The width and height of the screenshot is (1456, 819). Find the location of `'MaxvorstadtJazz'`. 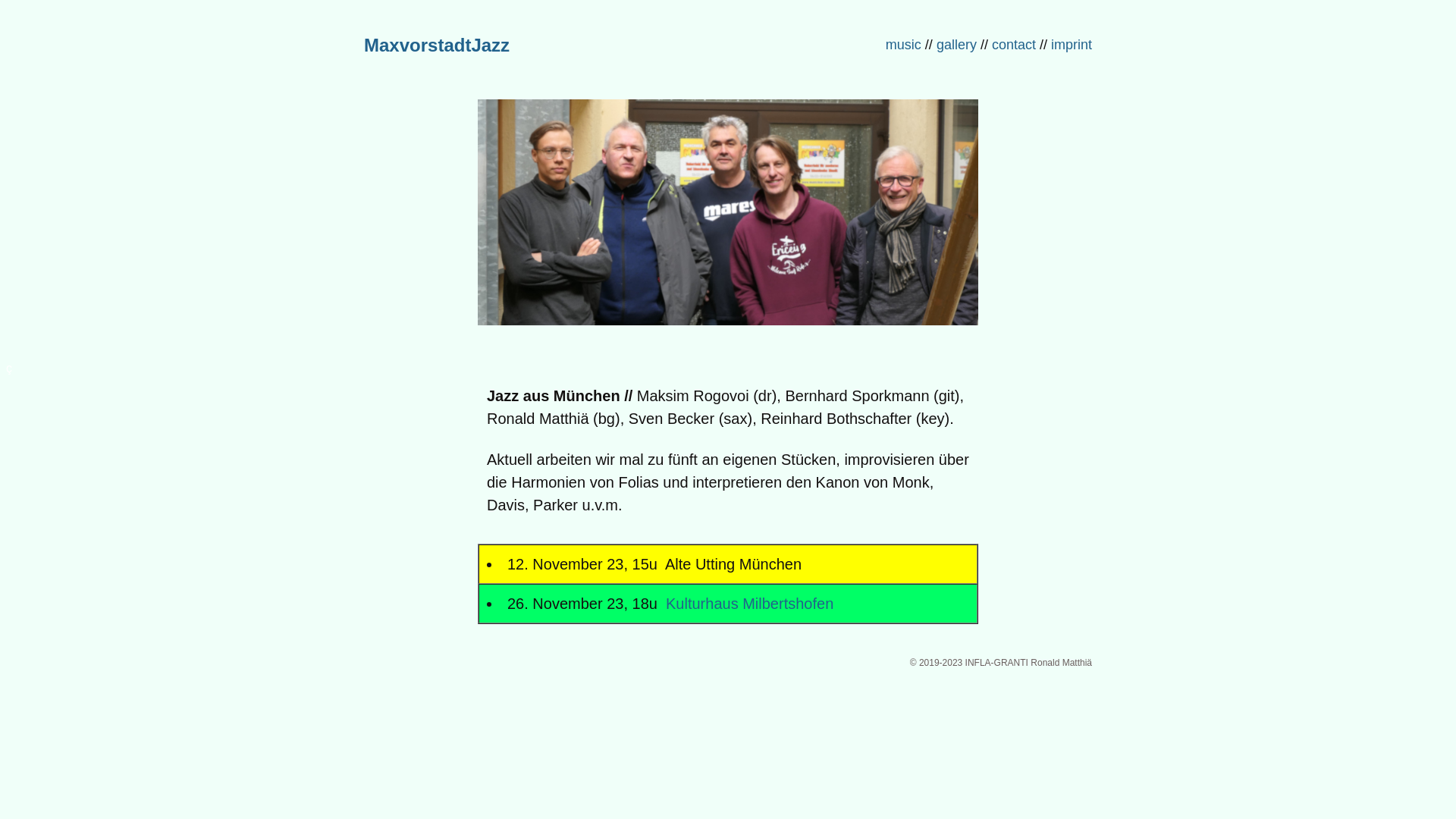

'MaxvorstadtJazz' is located at coordinates (364, 44).